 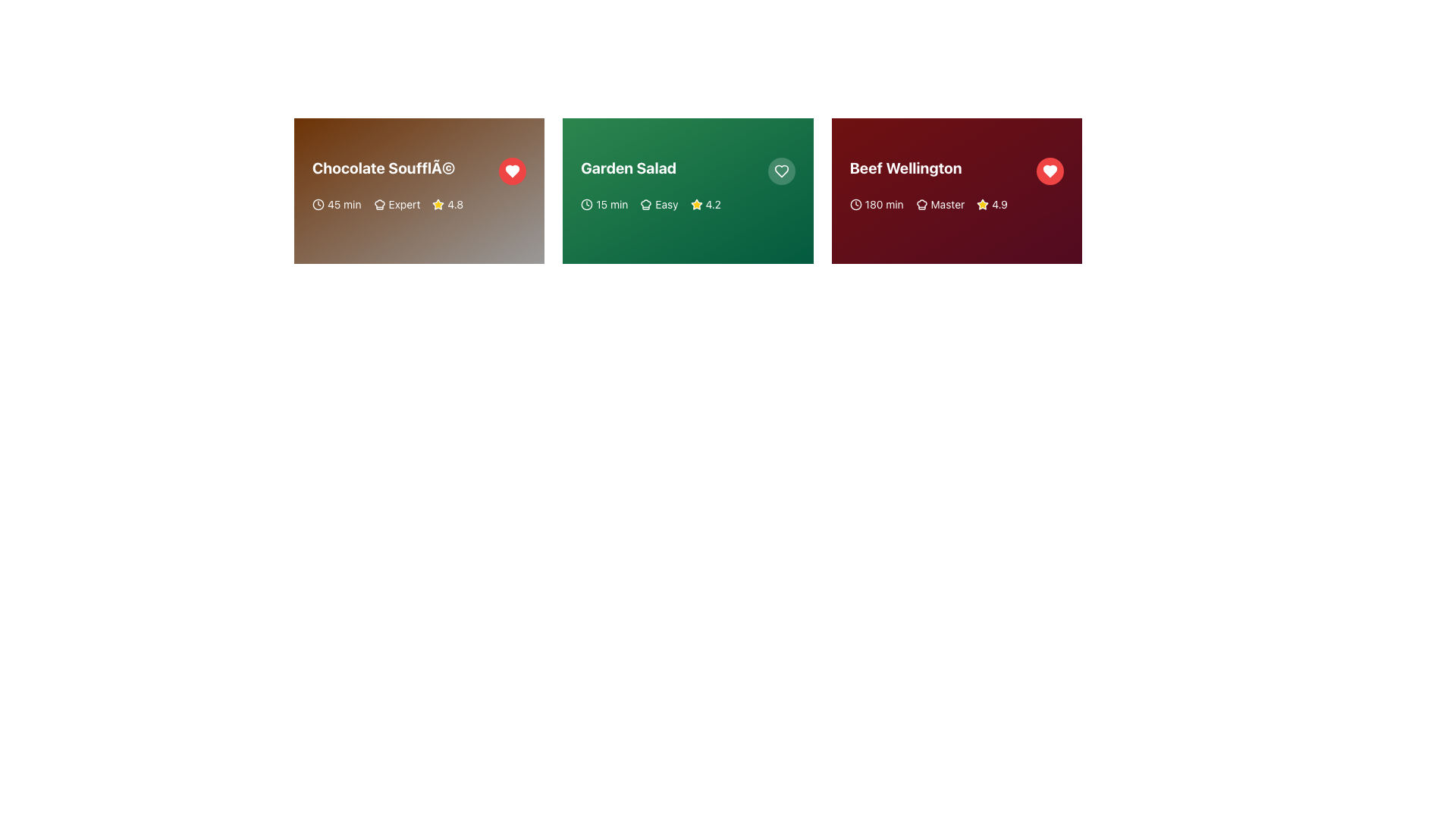 I want to click on the text label reading 'Expert' which is styled with a white font on a red background, located below the title 'Chocolate Soufflé' in the first card from the left, so click(x=404, y=205).